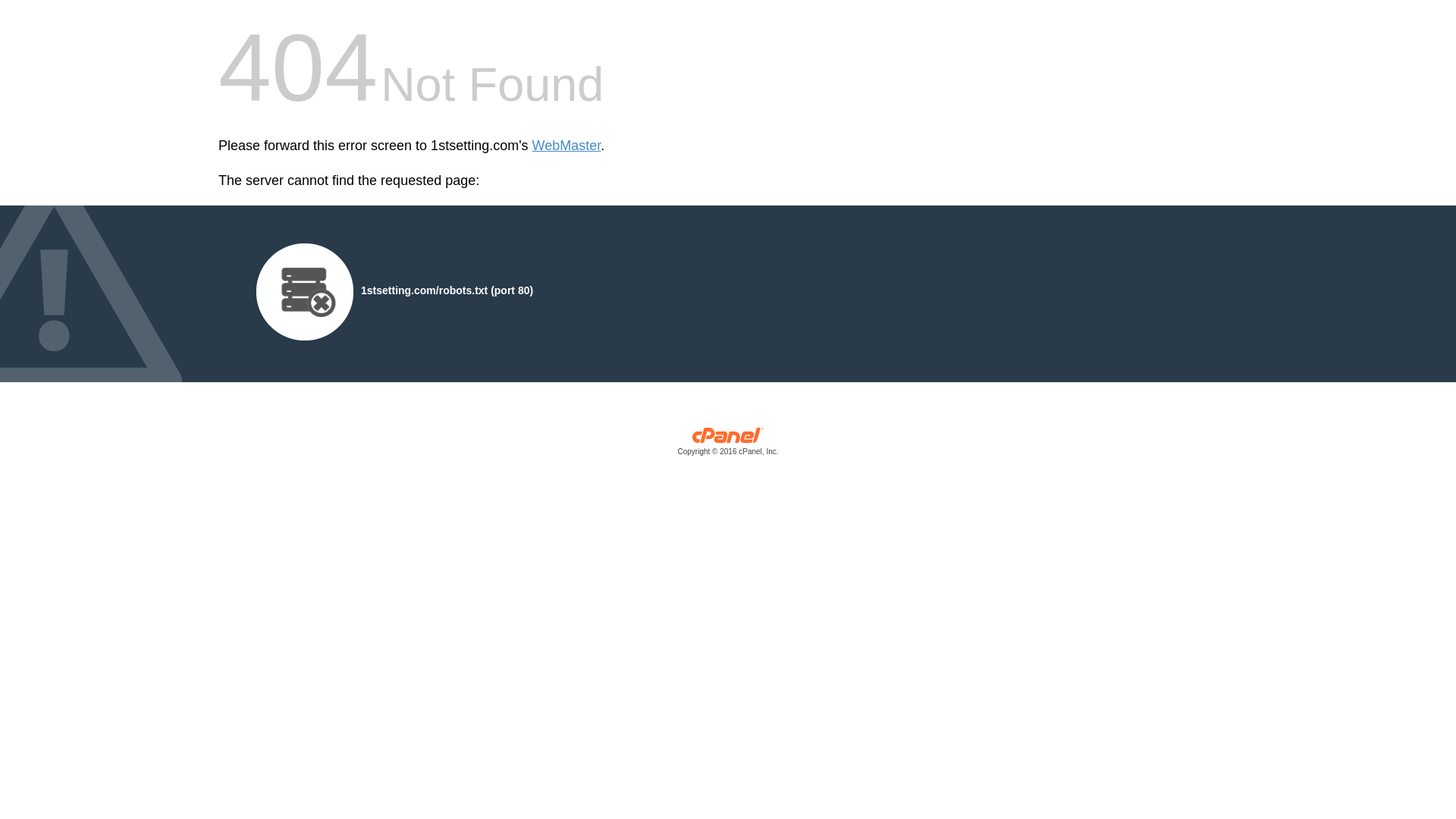  I want to click on 'WebMaster', so click(566, 146).